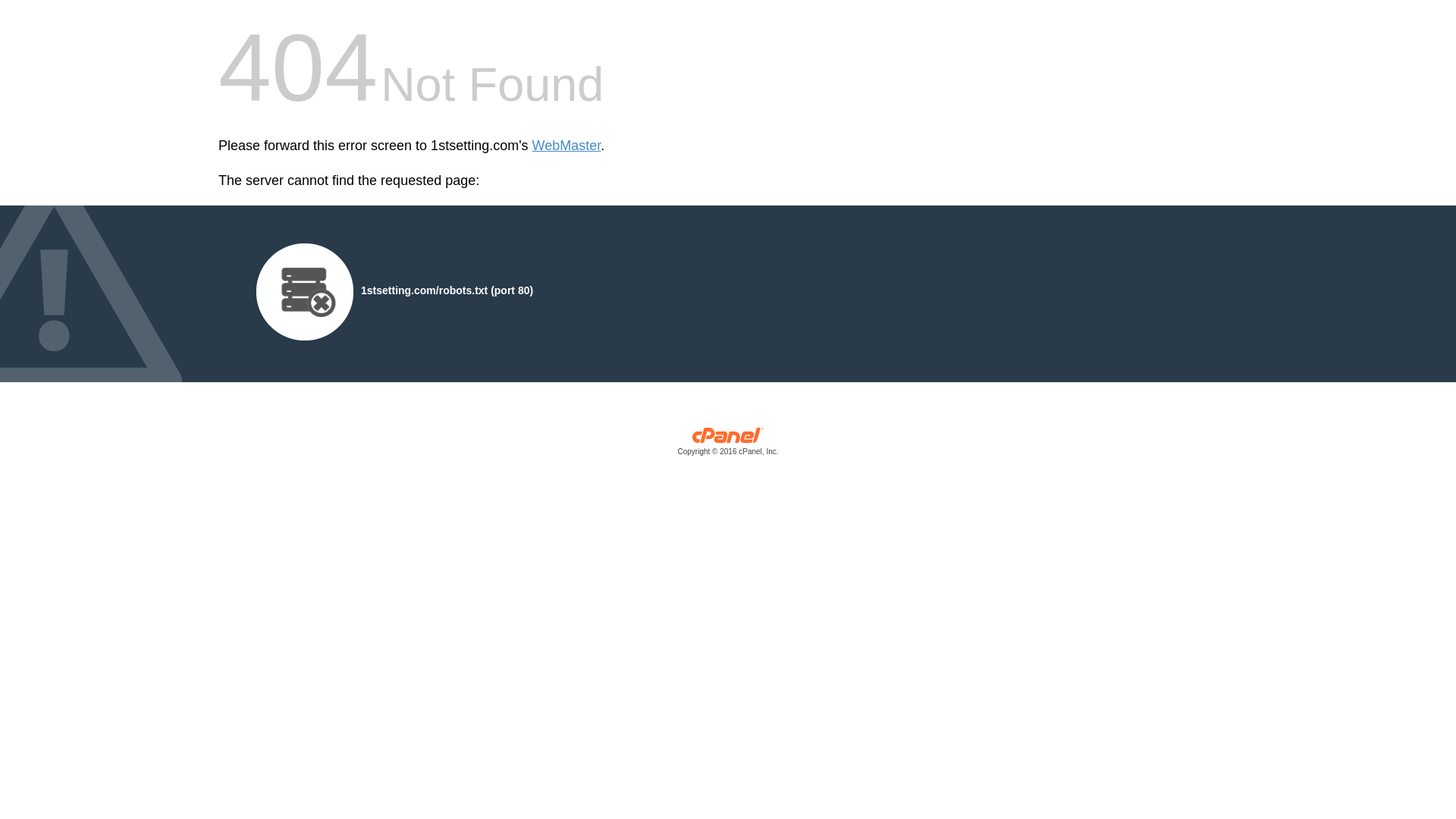  I want to click on 'WebMaster', so click(566, 146).